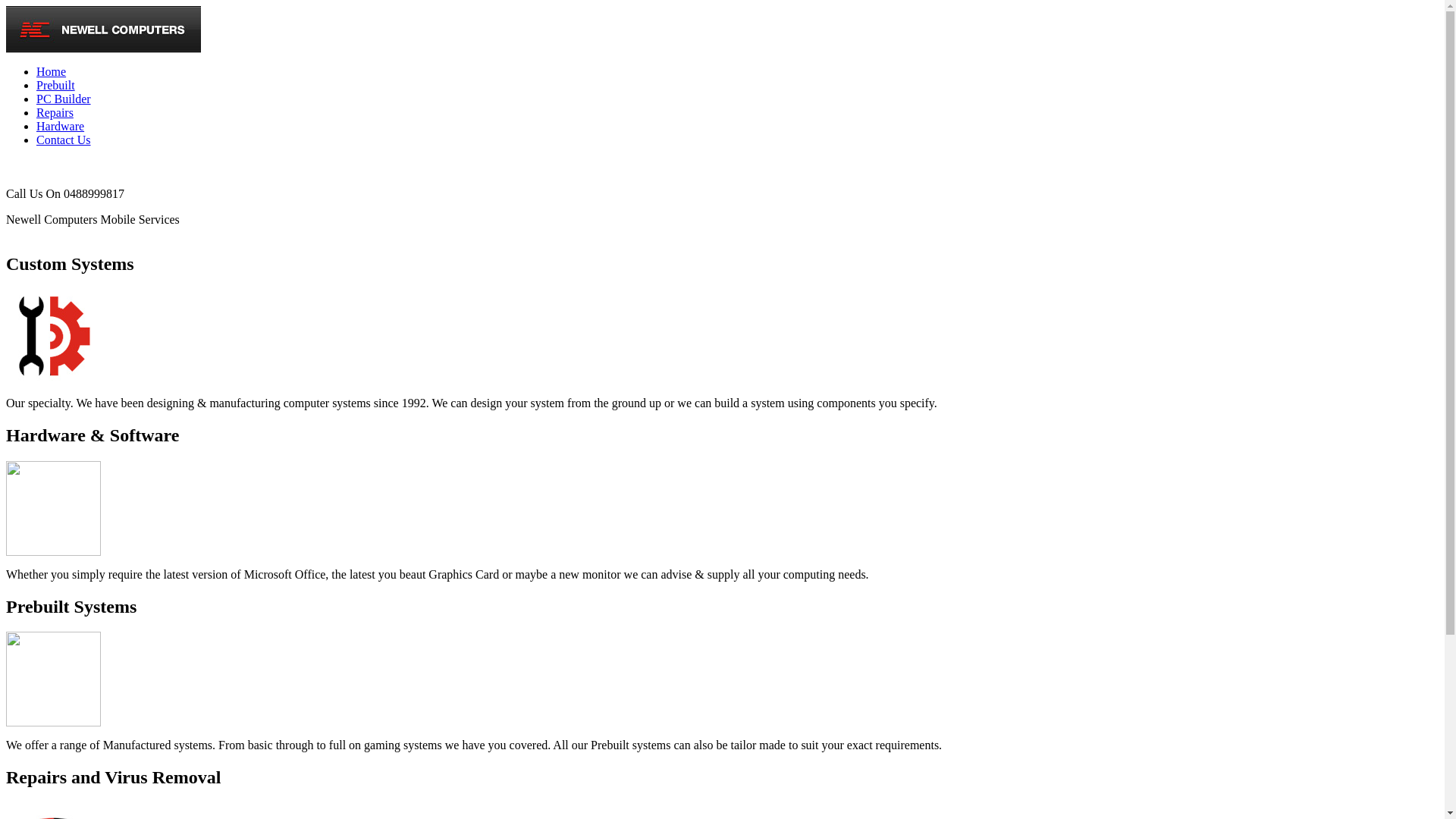 The image size is (1456, 819). I want to click on 'Home', so click(51, 71).